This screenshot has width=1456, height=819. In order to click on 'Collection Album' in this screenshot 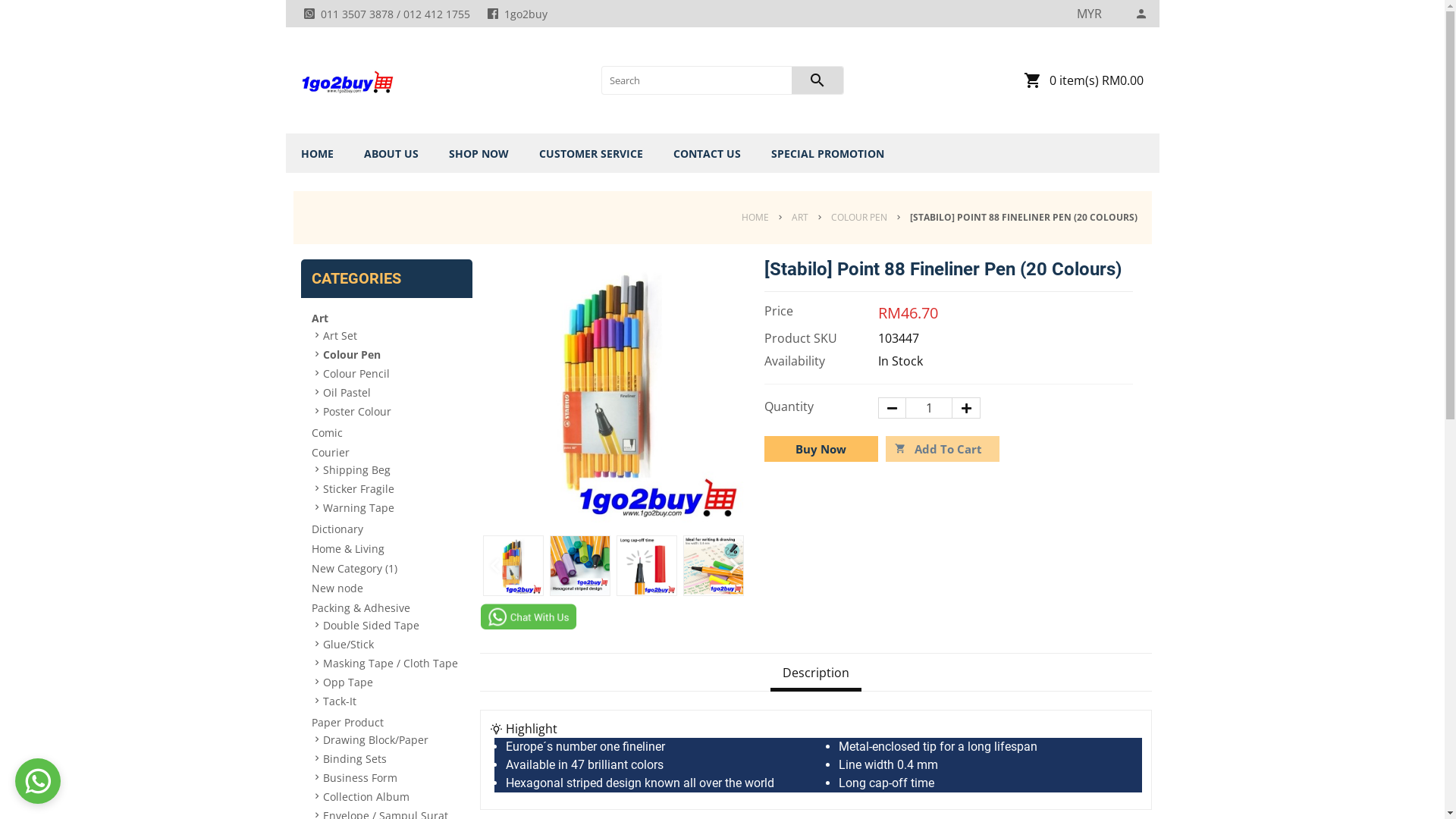, I will do `click(392, 795)`.